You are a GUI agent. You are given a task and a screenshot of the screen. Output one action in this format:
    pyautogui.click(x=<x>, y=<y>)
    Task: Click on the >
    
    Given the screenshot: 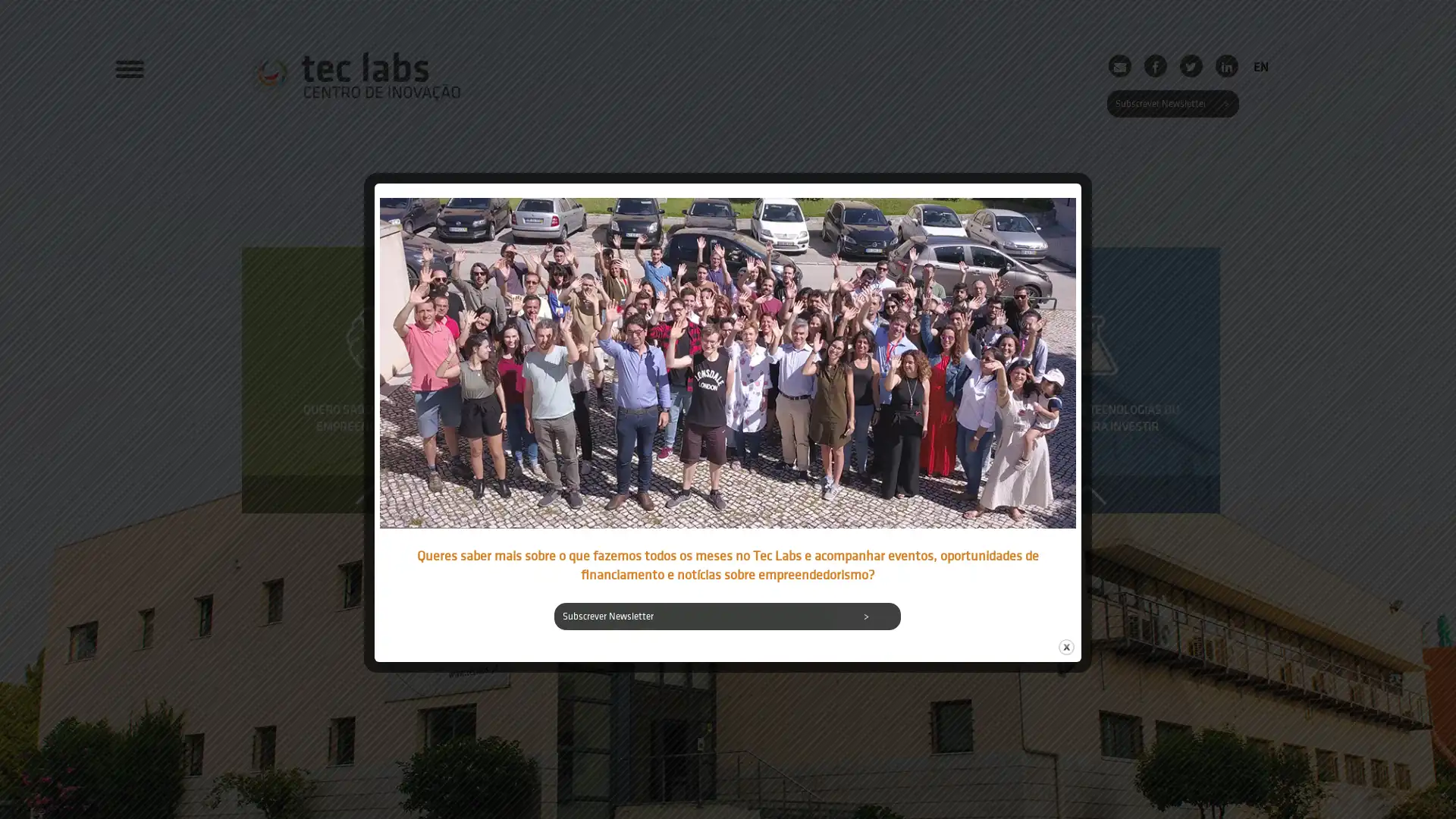 What is the action you would take?
    pyautogui.click(x=1225, y=103)
    